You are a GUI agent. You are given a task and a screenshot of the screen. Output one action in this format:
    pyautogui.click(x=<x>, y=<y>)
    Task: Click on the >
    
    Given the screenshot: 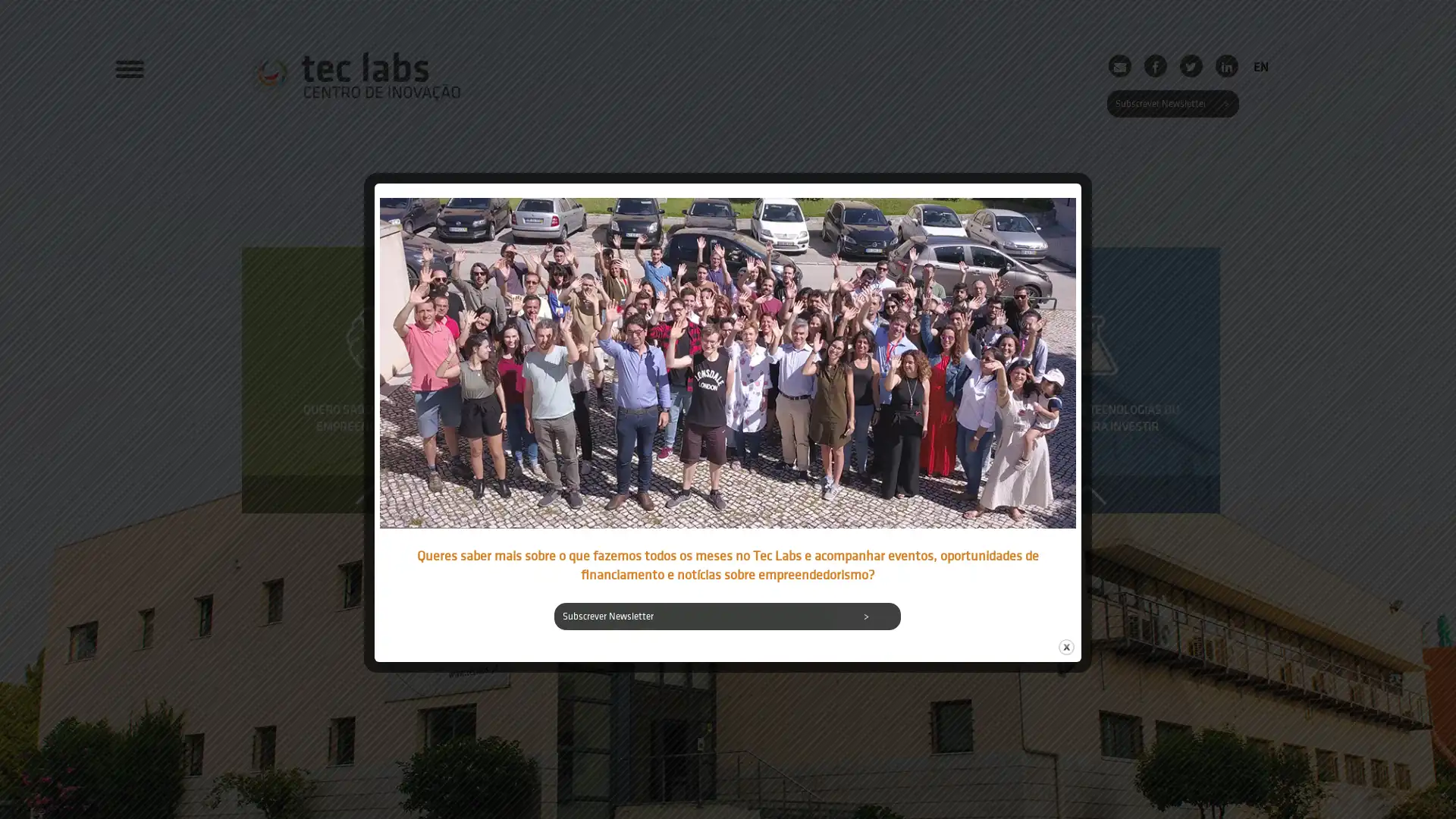 What is the action you would take?
    pyautogui.click(x=1225, y=103)
    